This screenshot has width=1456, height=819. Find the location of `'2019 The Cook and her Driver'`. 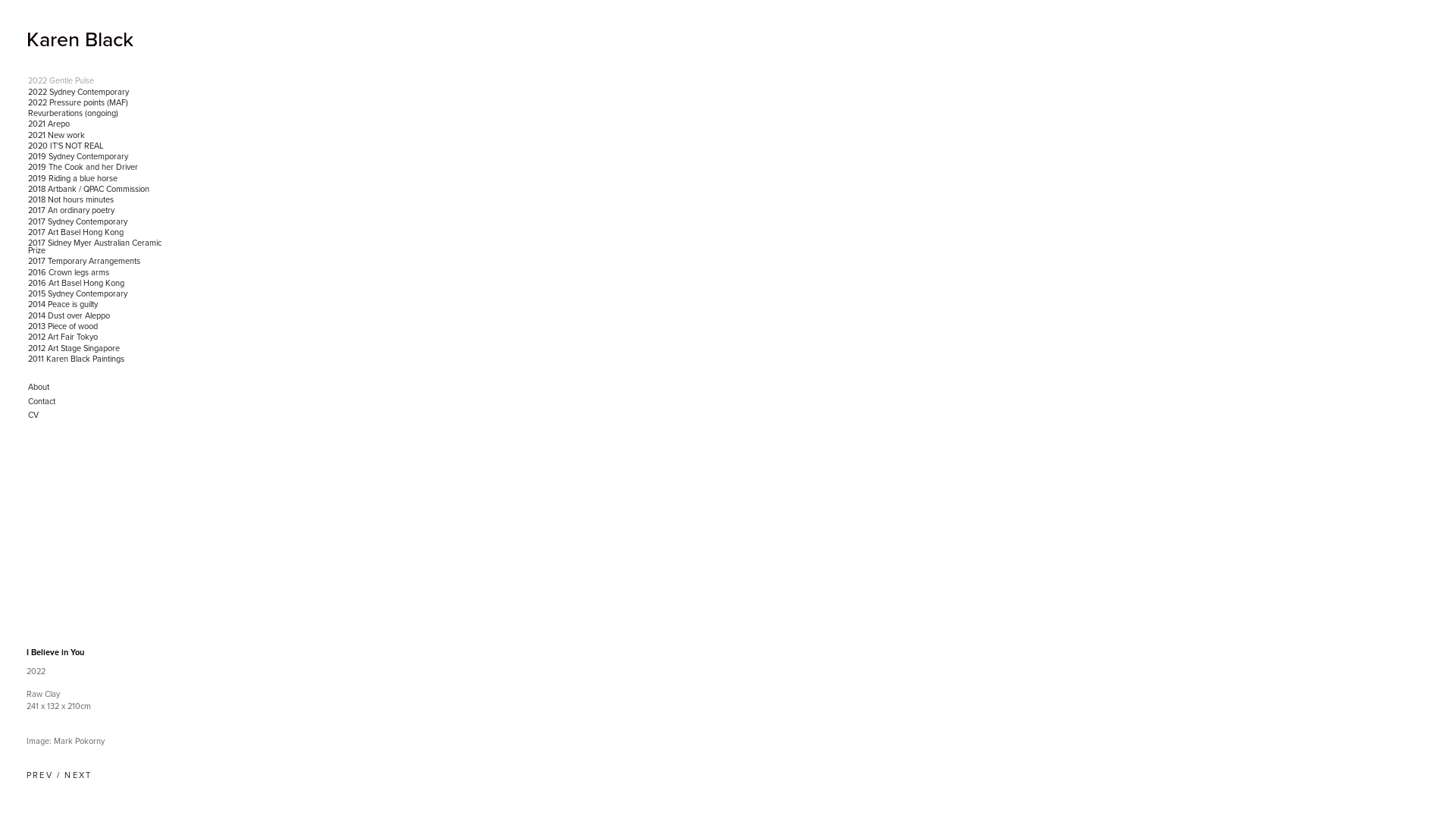

'2019 The Cook and her Driver' is located at coordinates (97, 167).